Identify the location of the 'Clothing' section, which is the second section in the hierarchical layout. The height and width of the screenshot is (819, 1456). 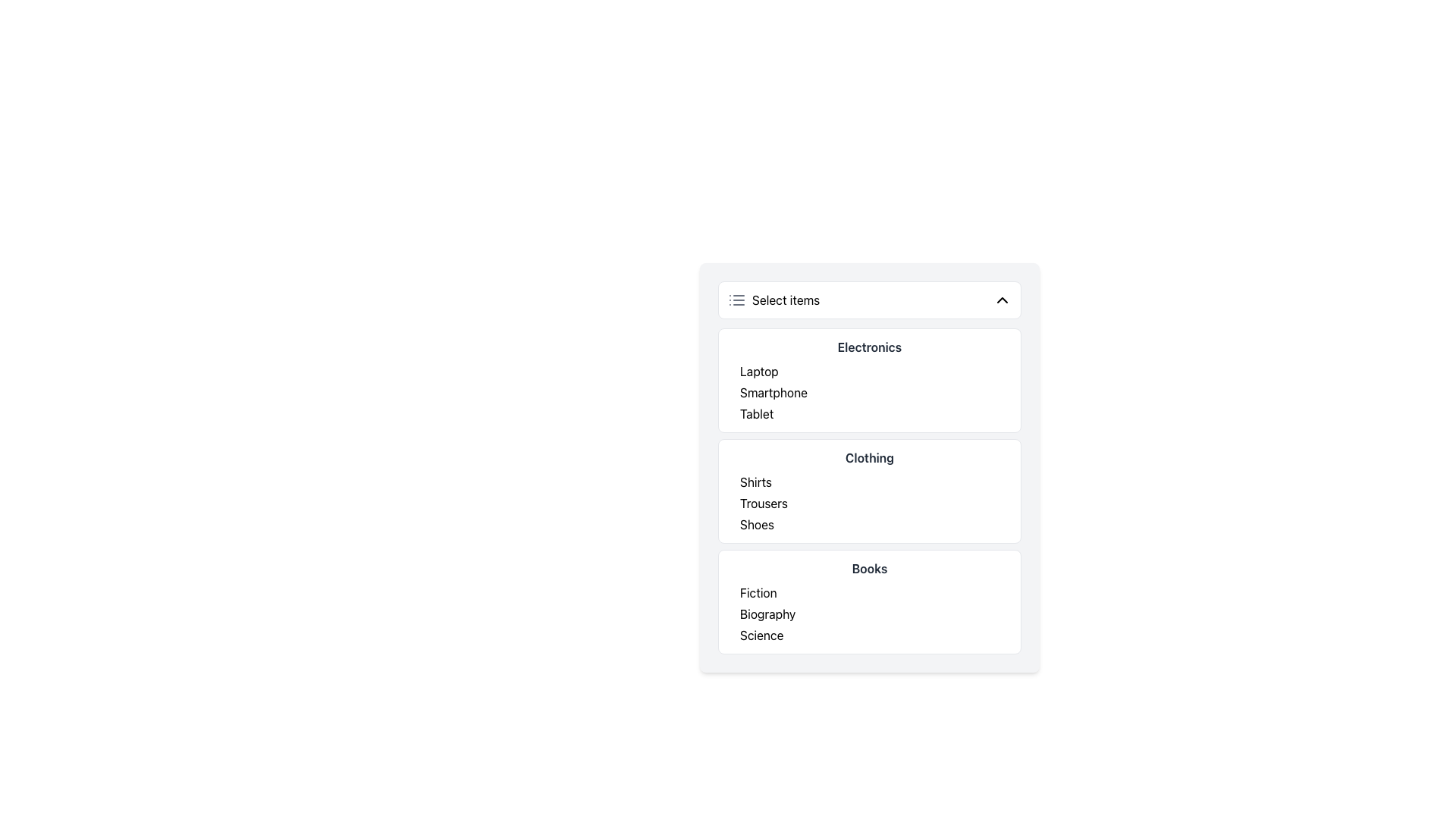
(870, 491).